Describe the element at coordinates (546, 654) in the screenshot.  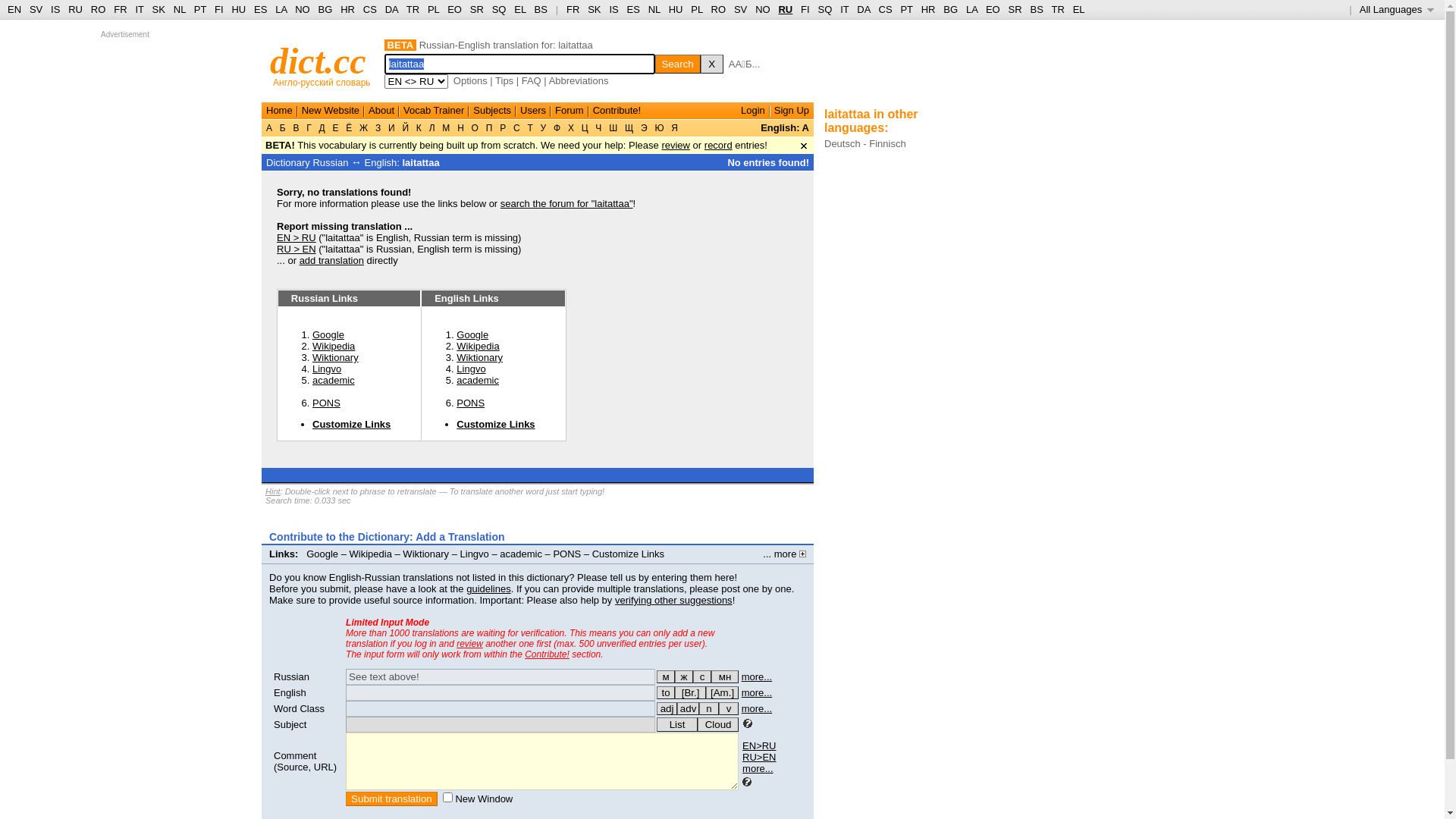
I see `'Contribute!'` at that location.